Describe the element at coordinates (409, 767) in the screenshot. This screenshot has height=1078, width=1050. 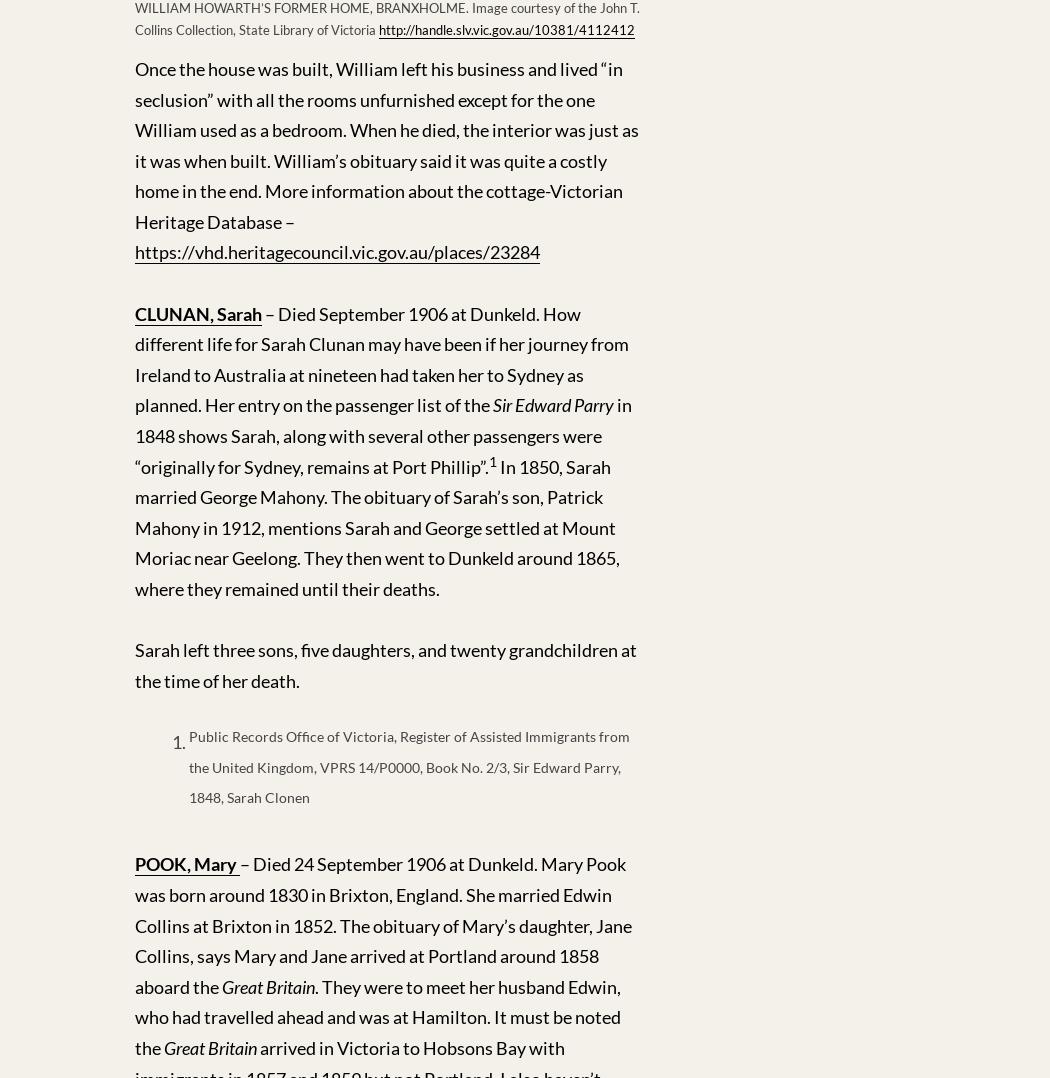
I see `'Public Records Office of Victoria, Register of Assisted Immigrants from the United Kingdom, VPRS 14/P0000, Book No. 2/3, Sir Edward Parry, 1848, Sarah Clonen'` at that location.